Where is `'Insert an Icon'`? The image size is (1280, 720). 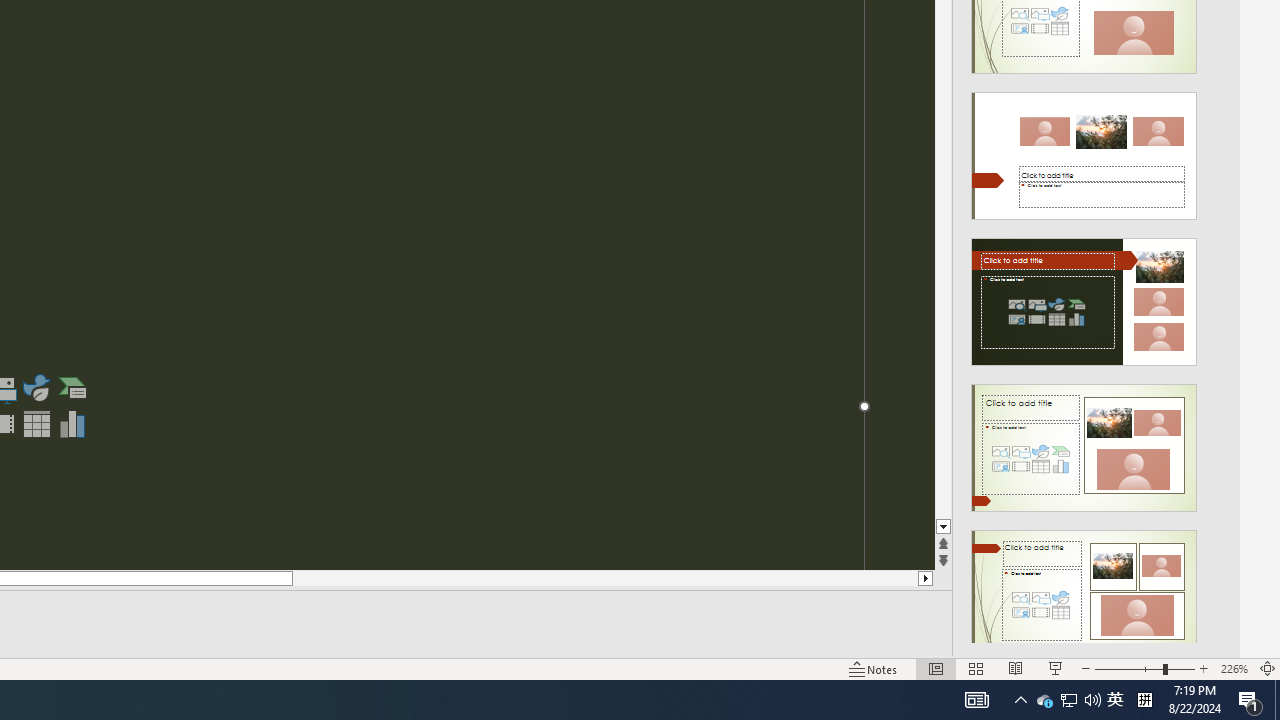 'Insert an Icon' is located at coordinates (36, 388).